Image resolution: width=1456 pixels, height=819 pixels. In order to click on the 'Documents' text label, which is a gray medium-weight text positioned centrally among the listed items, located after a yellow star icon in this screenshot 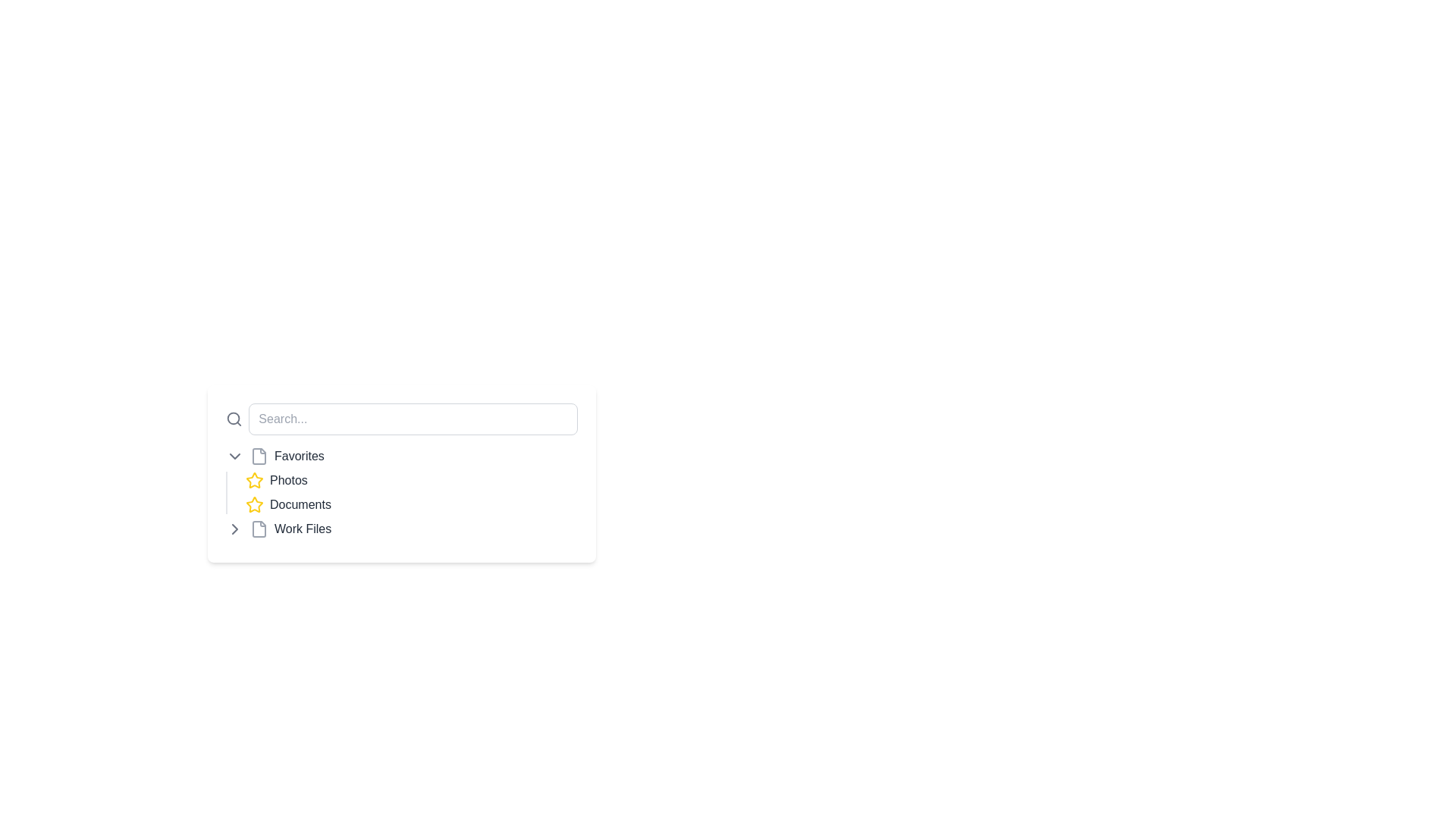, I will do `click(300, 505)`.